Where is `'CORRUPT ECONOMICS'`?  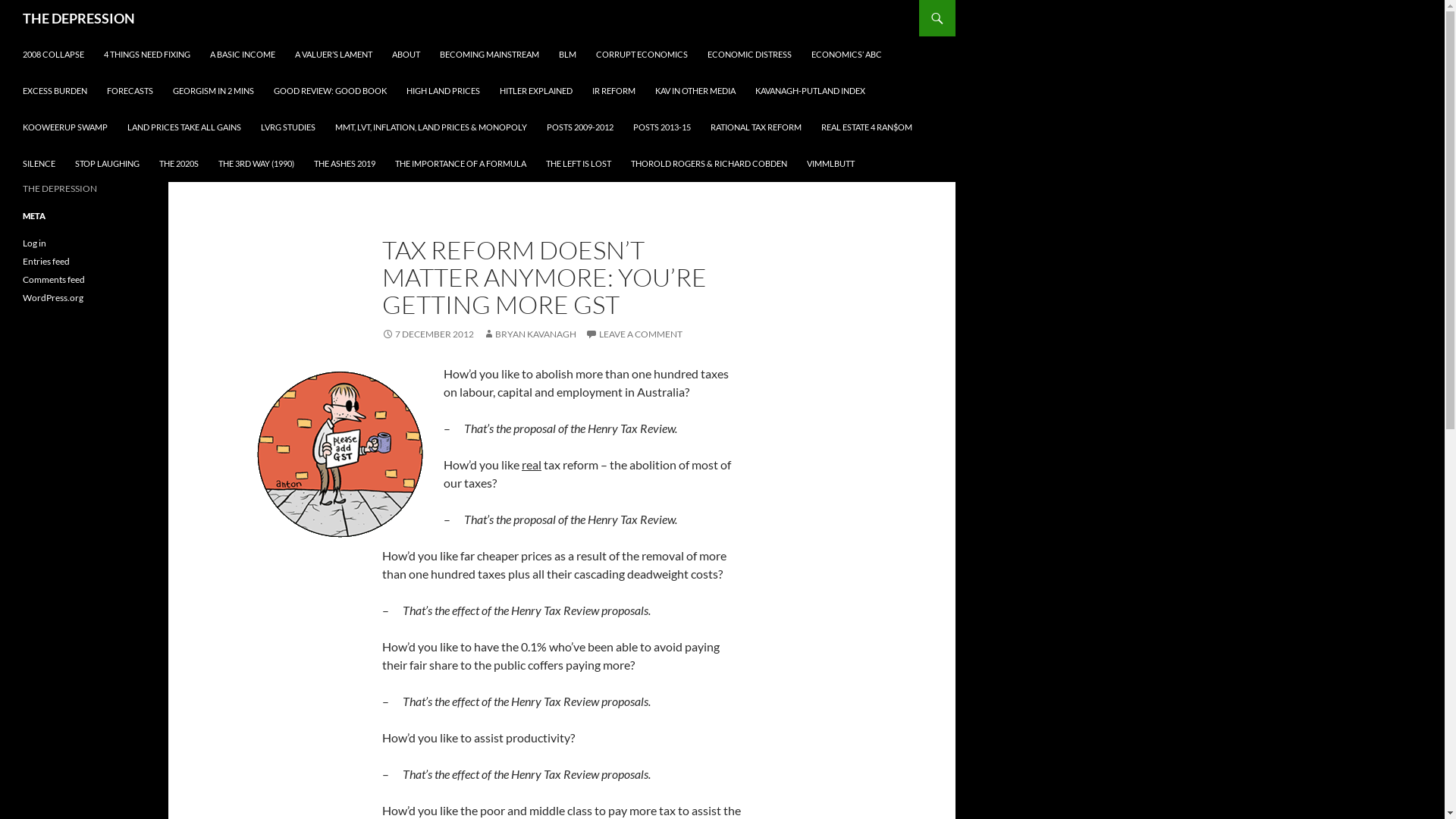 'CORRUPT ECONOMICS' is located at coordinates (642, 54).